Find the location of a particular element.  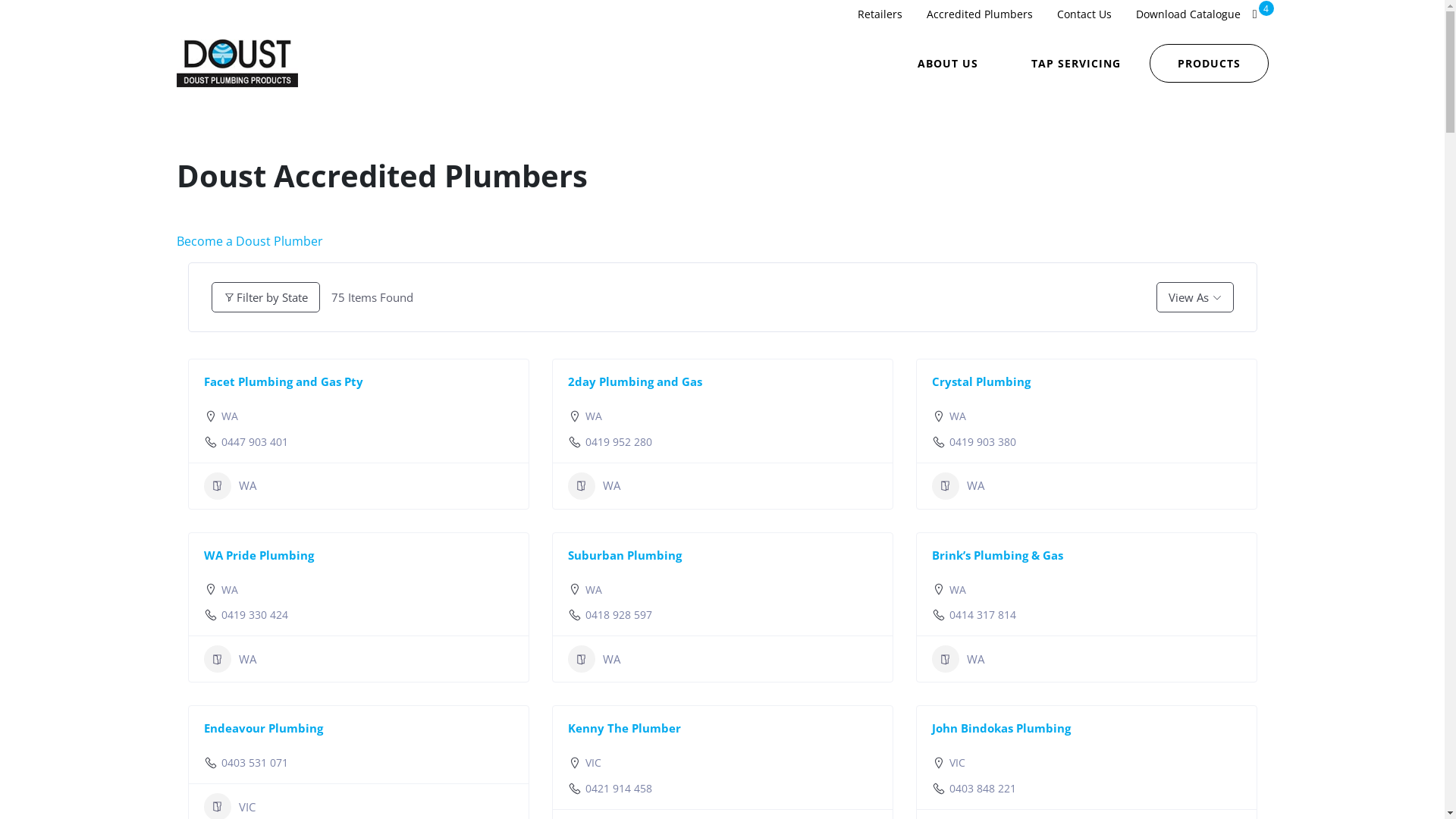

'Kenny The Plumber' is located at coordinates (623, 727).